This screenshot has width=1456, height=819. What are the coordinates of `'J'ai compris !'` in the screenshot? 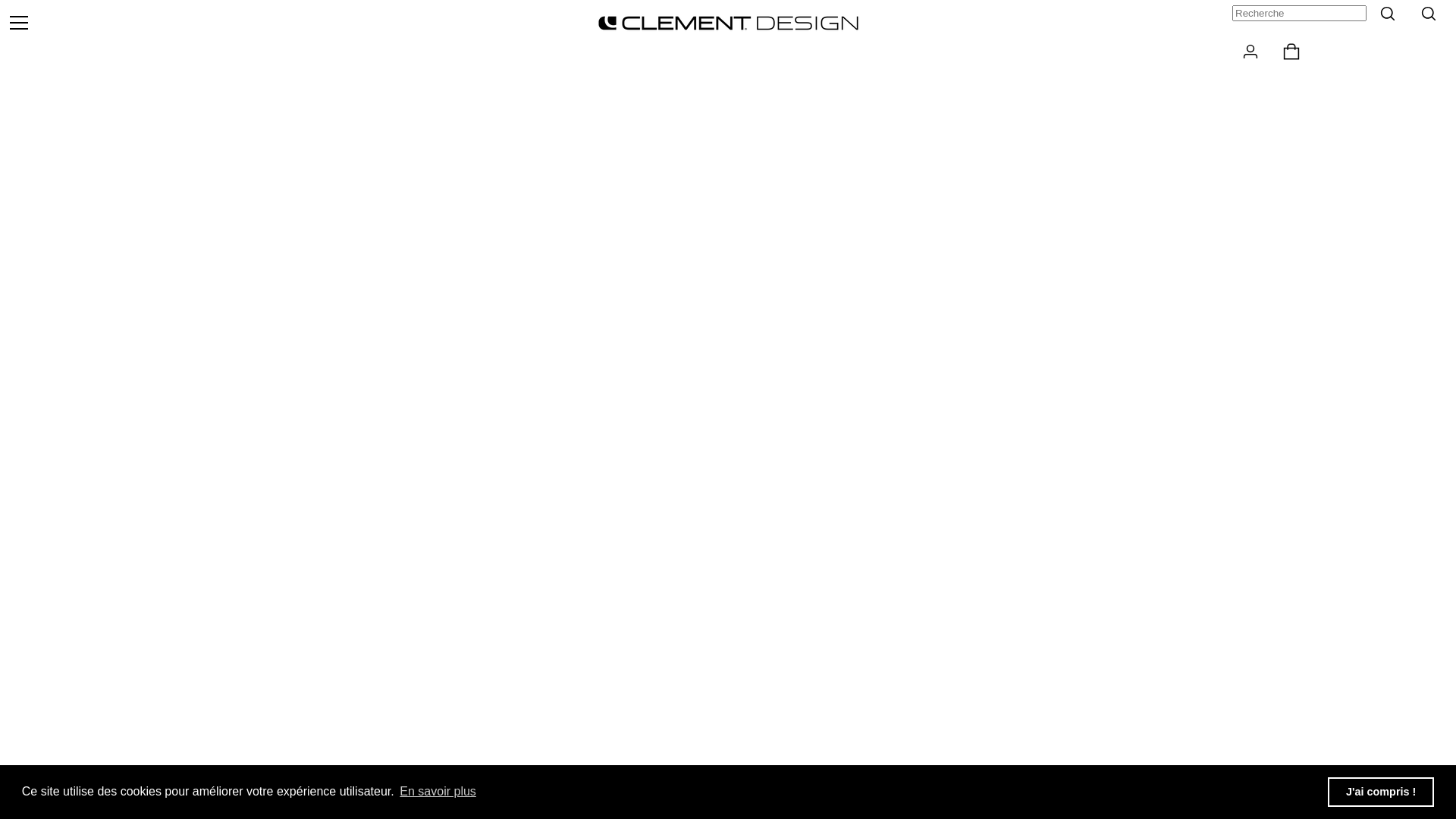 It's located at (1380, 791).